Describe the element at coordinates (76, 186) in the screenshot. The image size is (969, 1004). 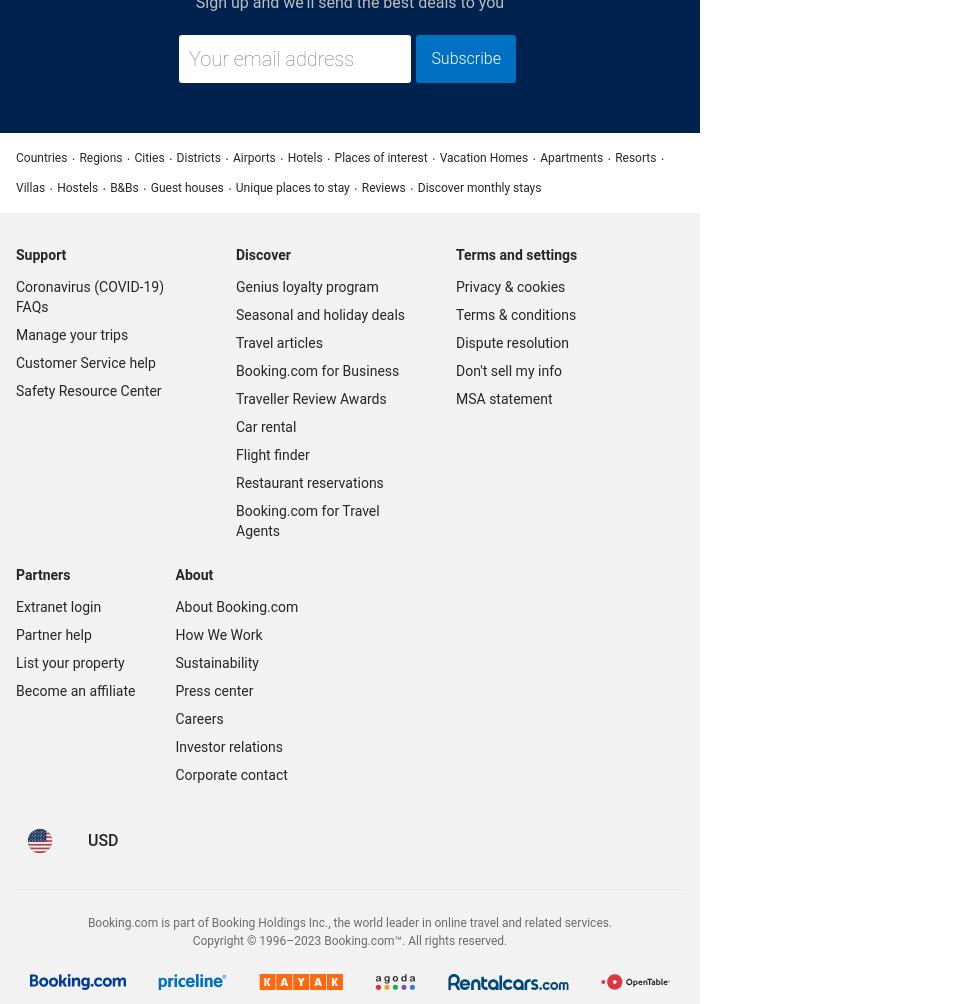
I see `'Hostels'` at that location.